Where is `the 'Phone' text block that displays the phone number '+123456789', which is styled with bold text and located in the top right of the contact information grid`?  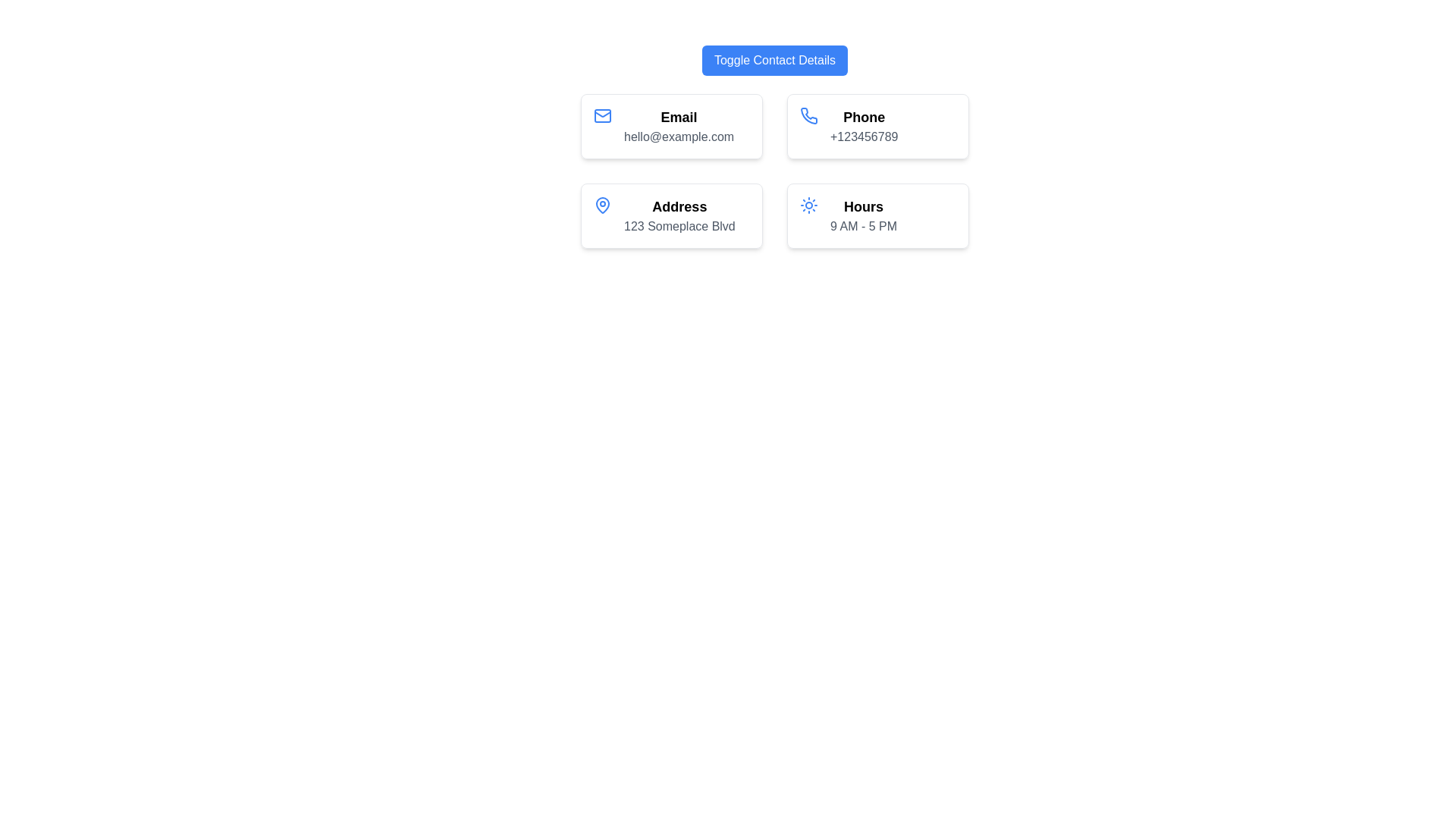
the 'Phone' text block that displays the phone number '+123456789', which is styled with bold text and located in the top right of the contact information grid is located at coordinates (864, 125).